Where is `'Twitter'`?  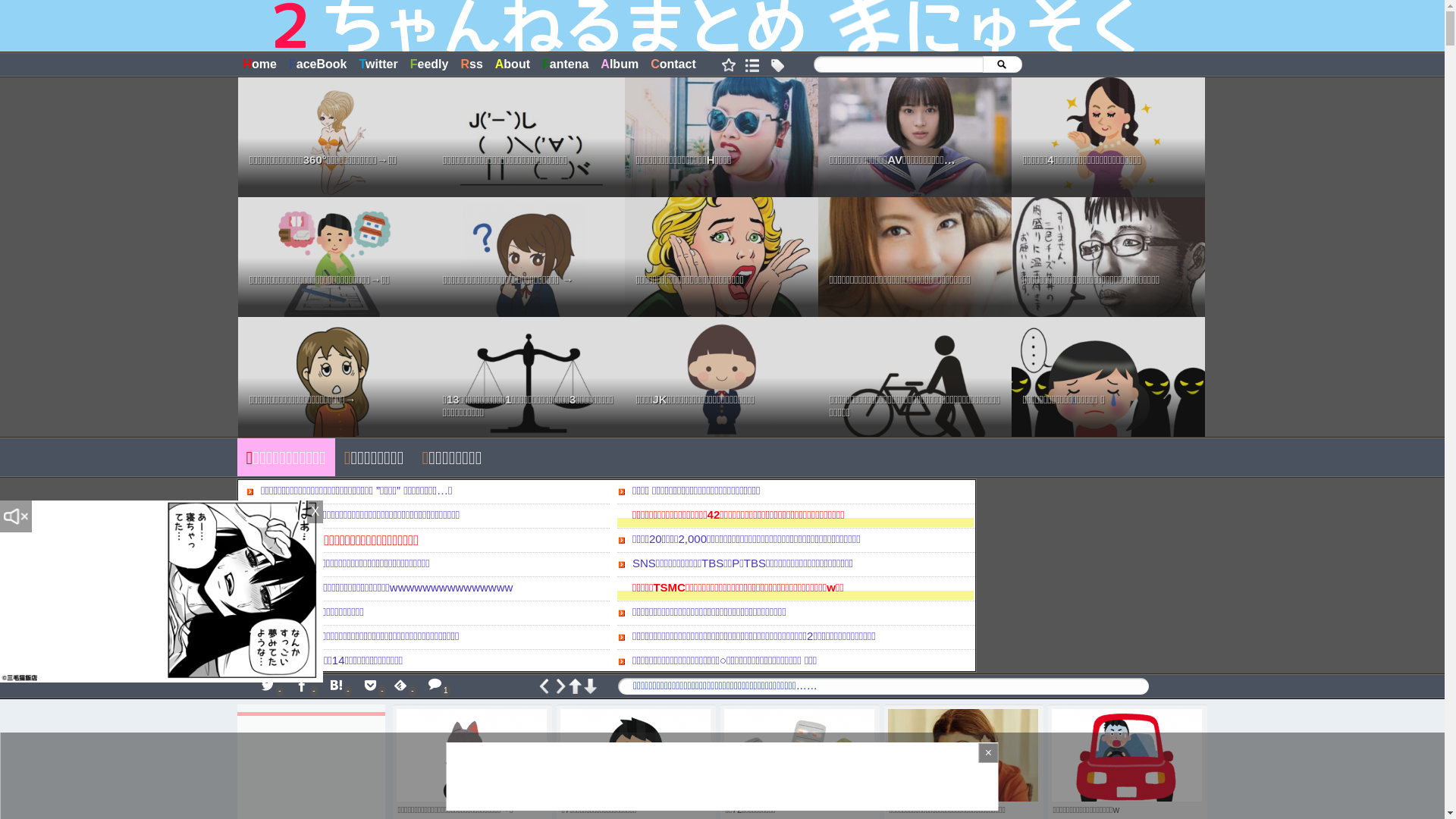 'Twitter' is located at coordinates (352, 63).